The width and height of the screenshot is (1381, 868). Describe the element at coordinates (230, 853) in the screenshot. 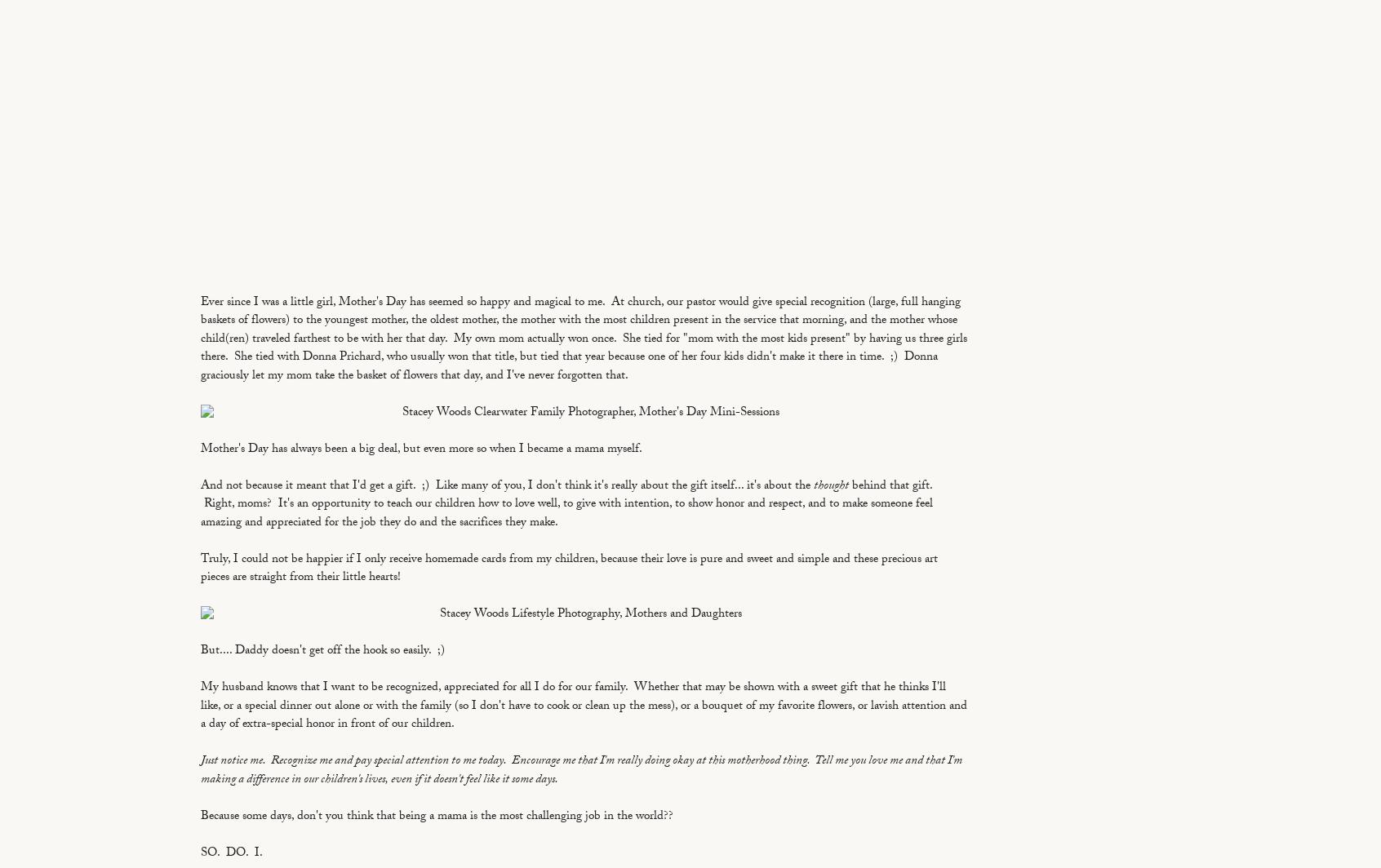

I see `'SO.  DO.  I.'` at that location.